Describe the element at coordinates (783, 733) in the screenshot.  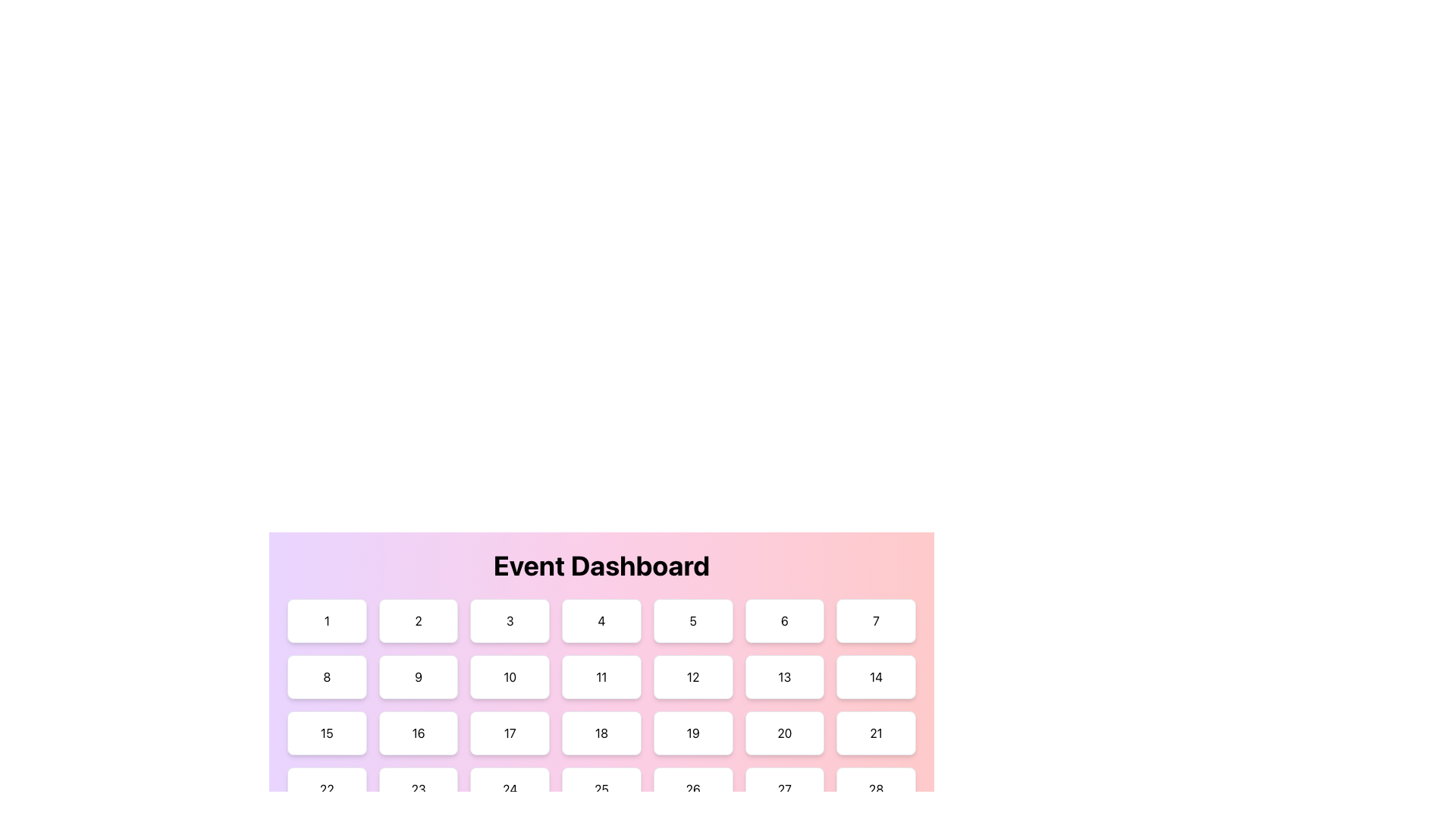
I see `the interactive button labeled '20' located in the third row and sixth column of the grid on the Event Dashboard` at that location.